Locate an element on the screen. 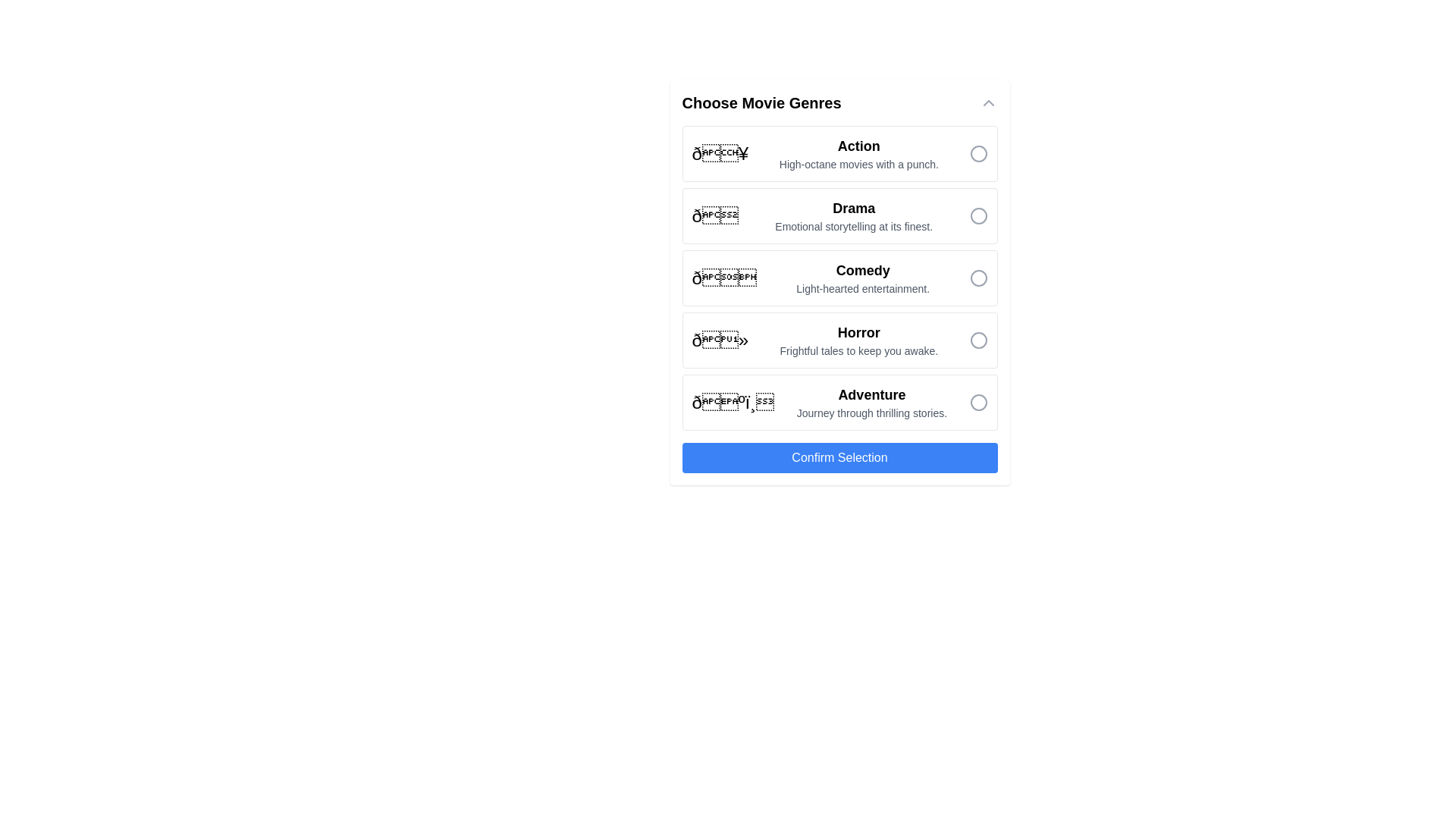 The height and width of the screenshot is (819, 1456). descriptive subtitle text label for the 'Horror' genre option, which is positioned below the 'Horror' text element is located at coordinates (858, 350).